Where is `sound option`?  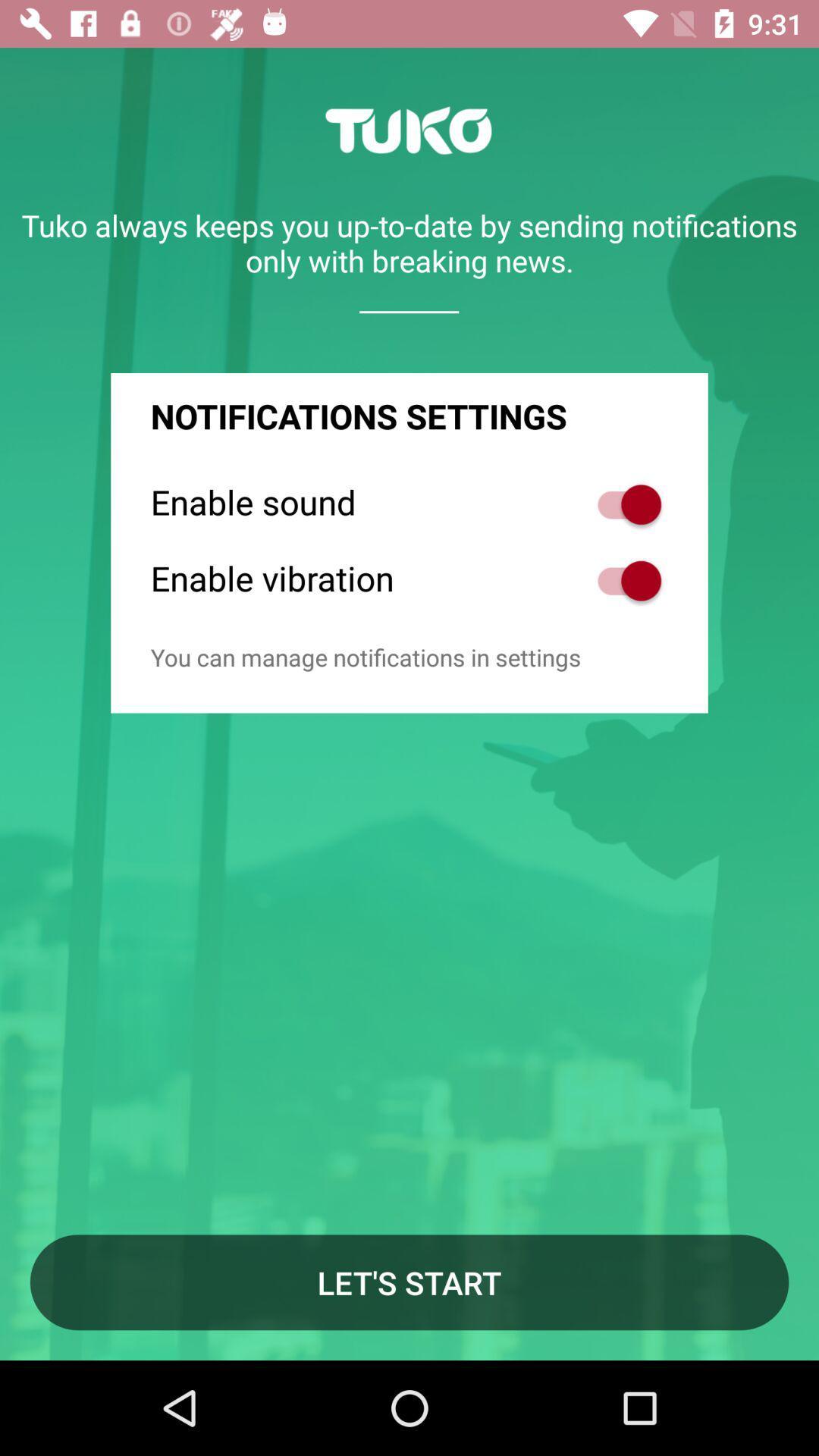 sound option is located at coordinates (621, 504).